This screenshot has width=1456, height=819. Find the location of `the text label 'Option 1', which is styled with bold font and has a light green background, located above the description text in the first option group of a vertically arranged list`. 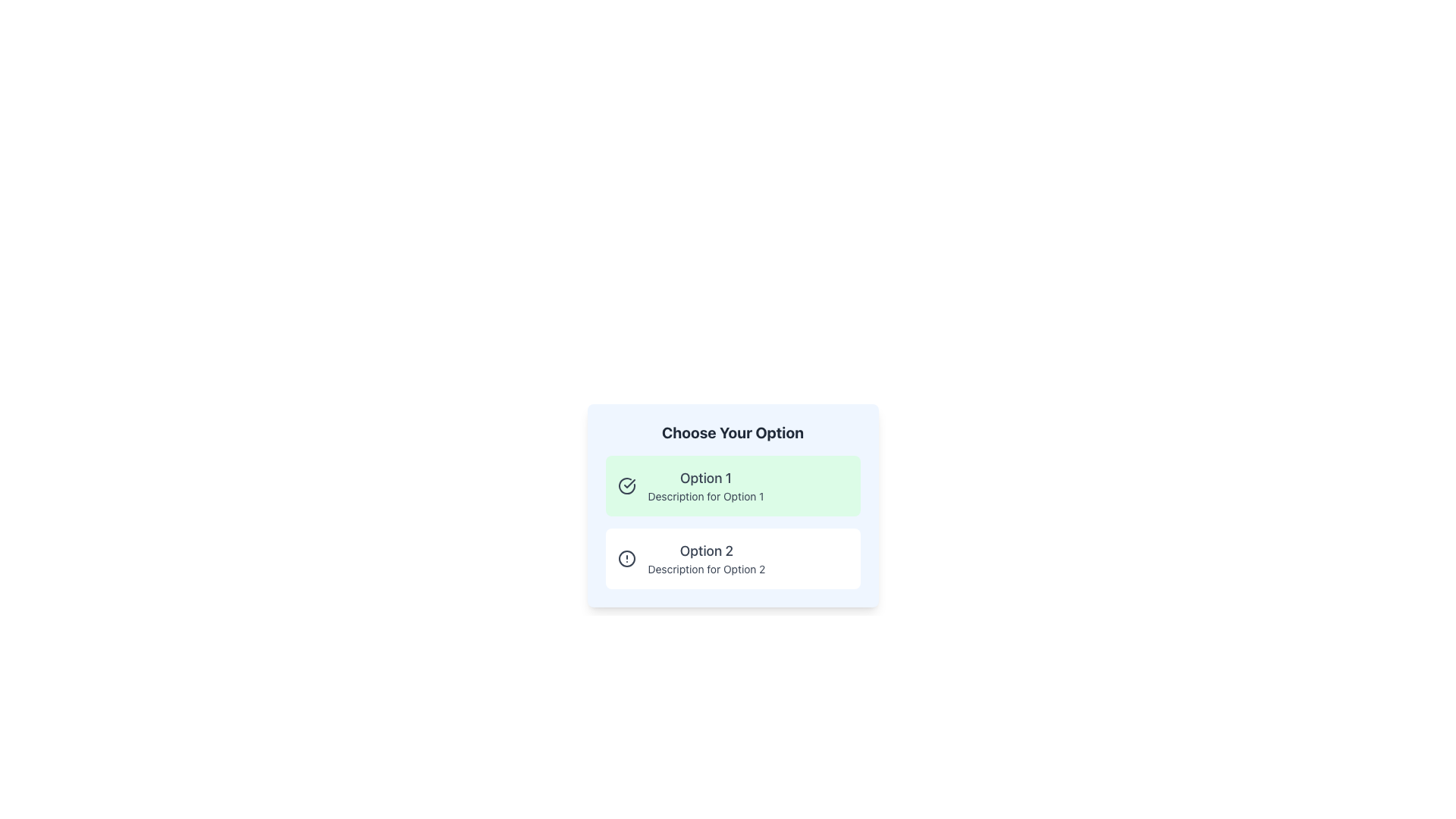

the text label 'Option 1', which is styled with bold font and has a light green background, located above the description text in the first option group of a vertically arranged list is located at coordinates (705, 479).